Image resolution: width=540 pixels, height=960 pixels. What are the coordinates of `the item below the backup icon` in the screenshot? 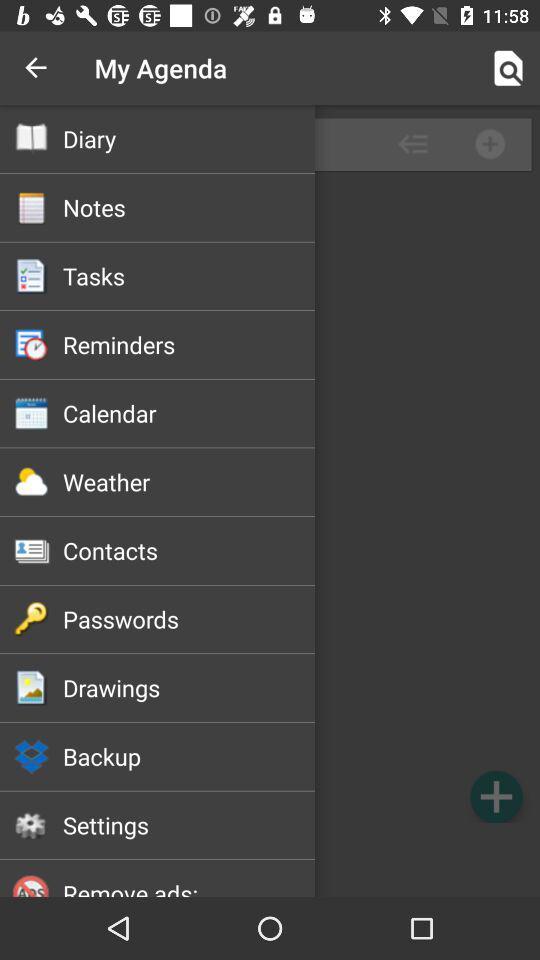 It's located at (189, 825).